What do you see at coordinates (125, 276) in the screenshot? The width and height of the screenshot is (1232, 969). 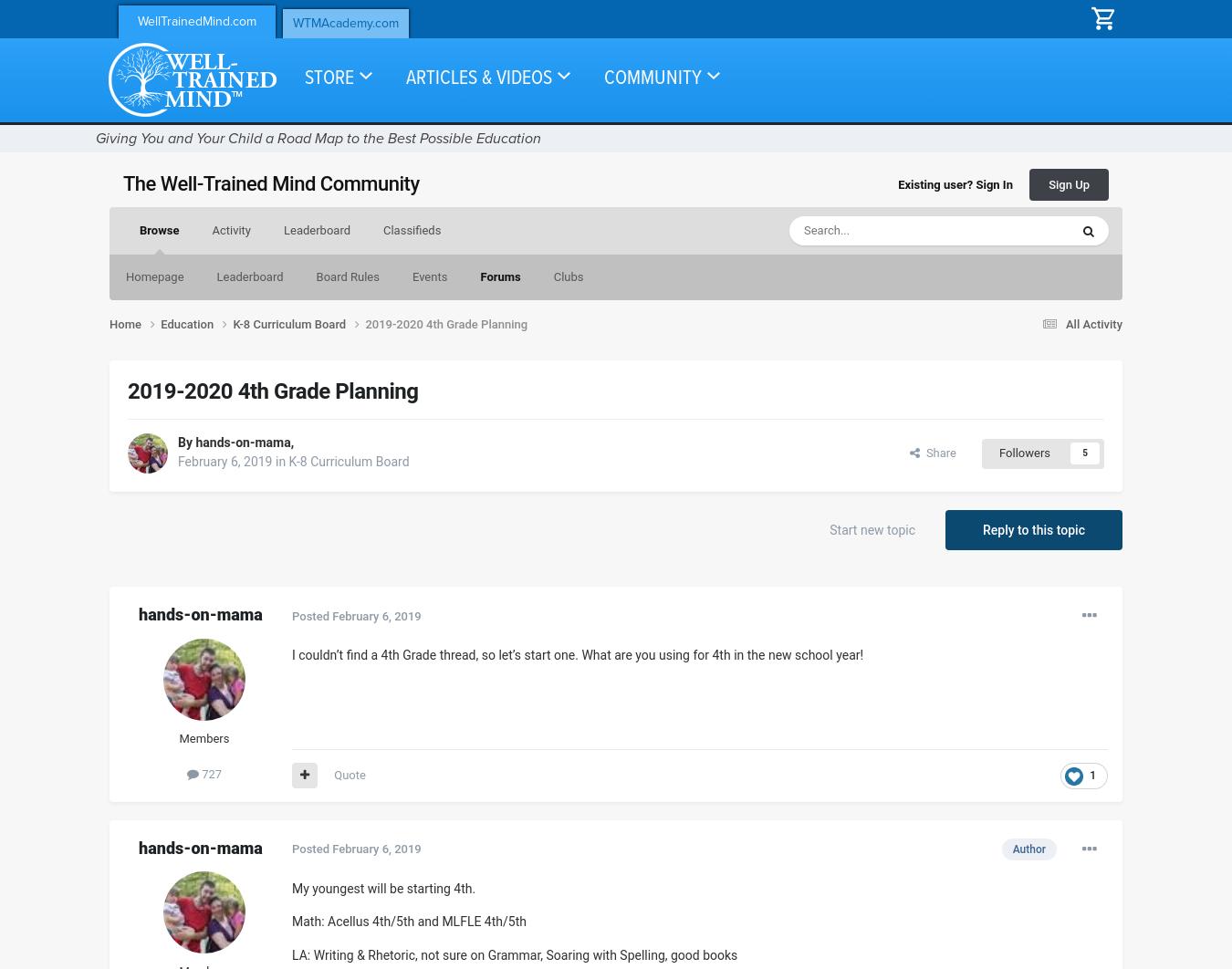 I see `'Homepage'` at bounding box center [125, 276].